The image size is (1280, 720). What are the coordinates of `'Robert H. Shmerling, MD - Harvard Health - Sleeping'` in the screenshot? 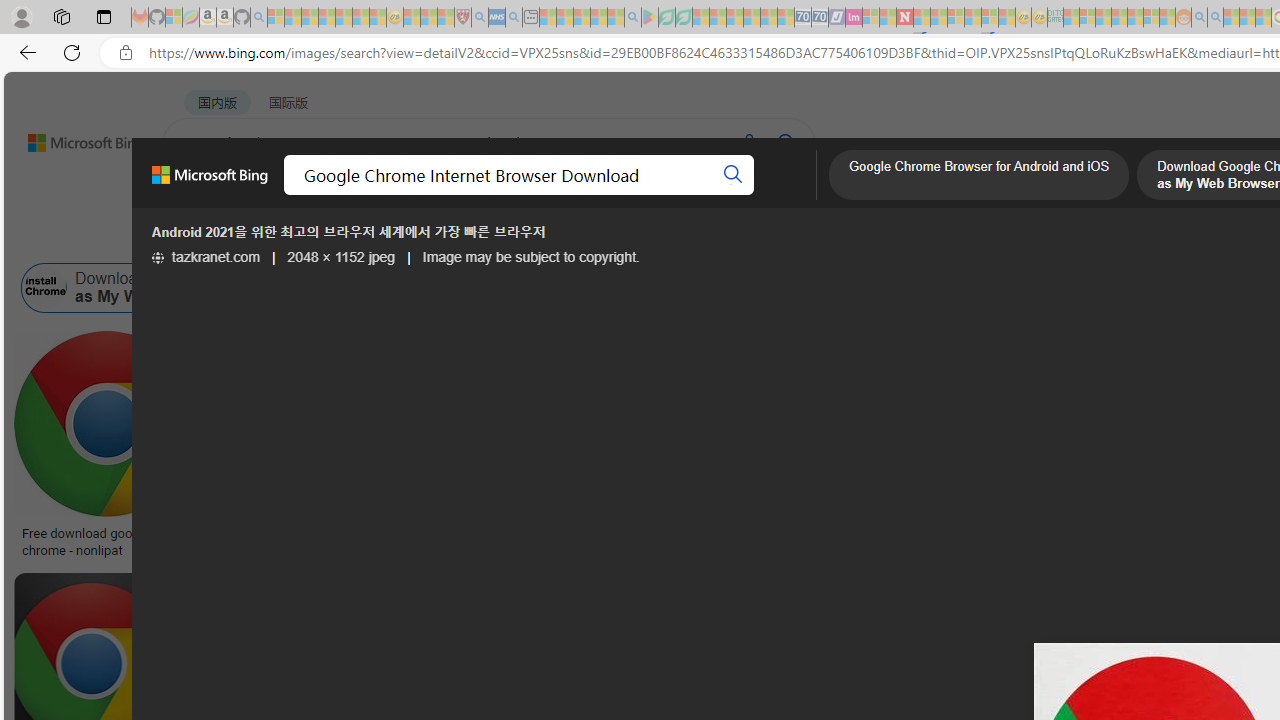 It's located at (461, 17).